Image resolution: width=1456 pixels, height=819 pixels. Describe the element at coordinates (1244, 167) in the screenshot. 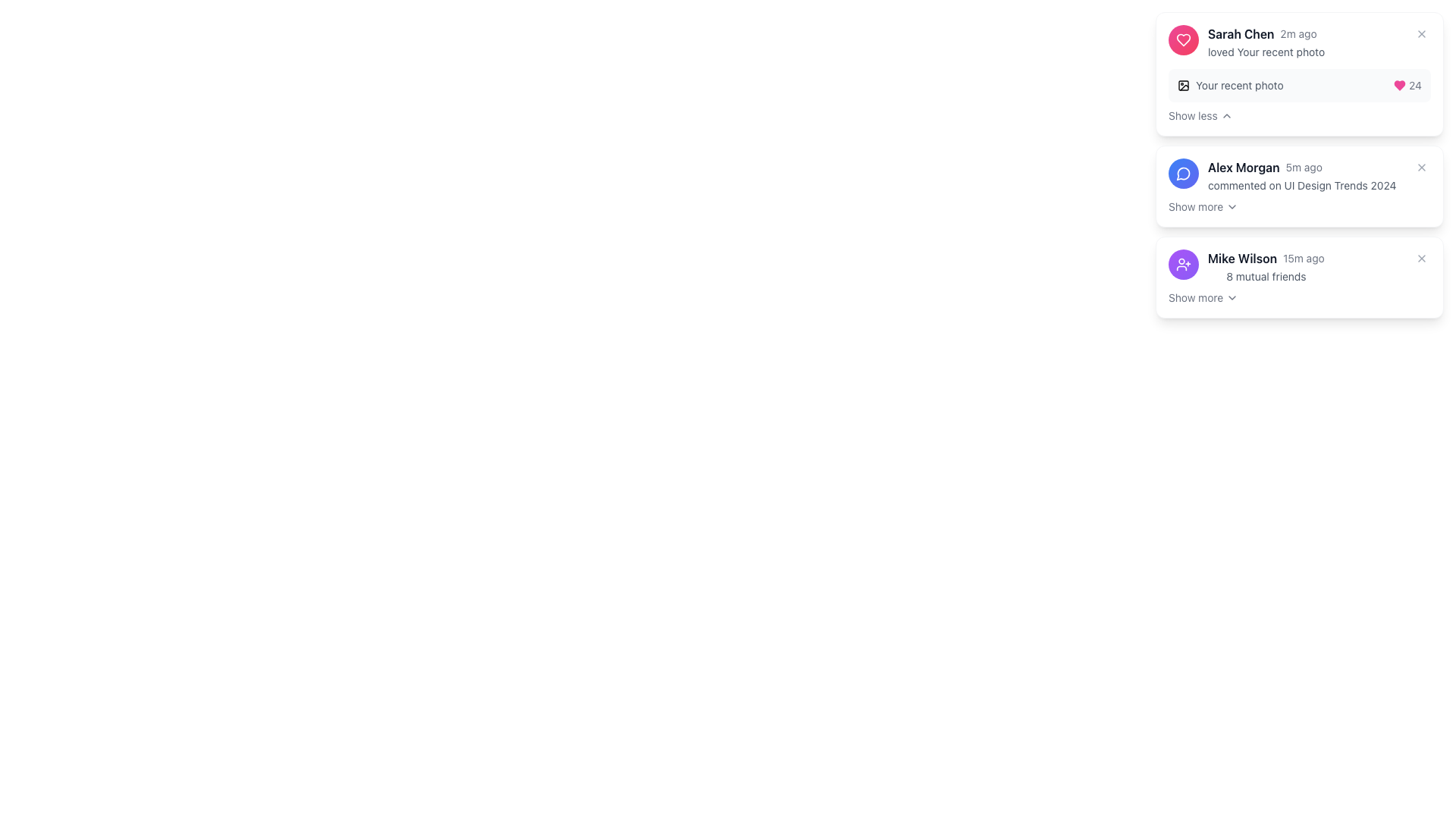

I see `the static text label displaying 'Alex Morgan', which is prominently positioned on the right of a user profile image within a notification card` at that location.